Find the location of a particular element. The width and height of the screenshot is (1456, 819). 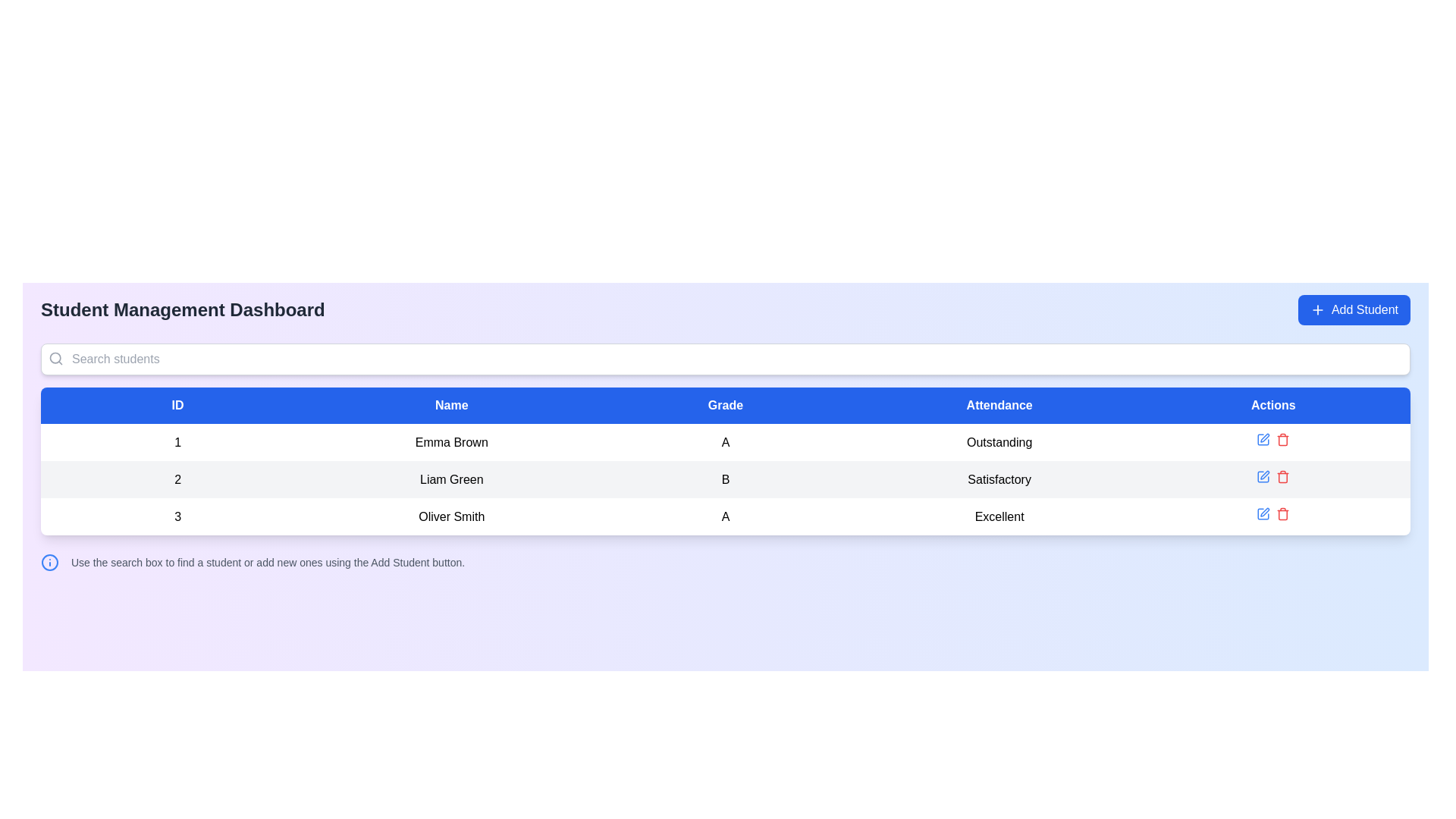

the circular icon with a blue outline located at the bottom-left of the main page content, adjacent to the descriptive text is located at coordinates (50, 562).